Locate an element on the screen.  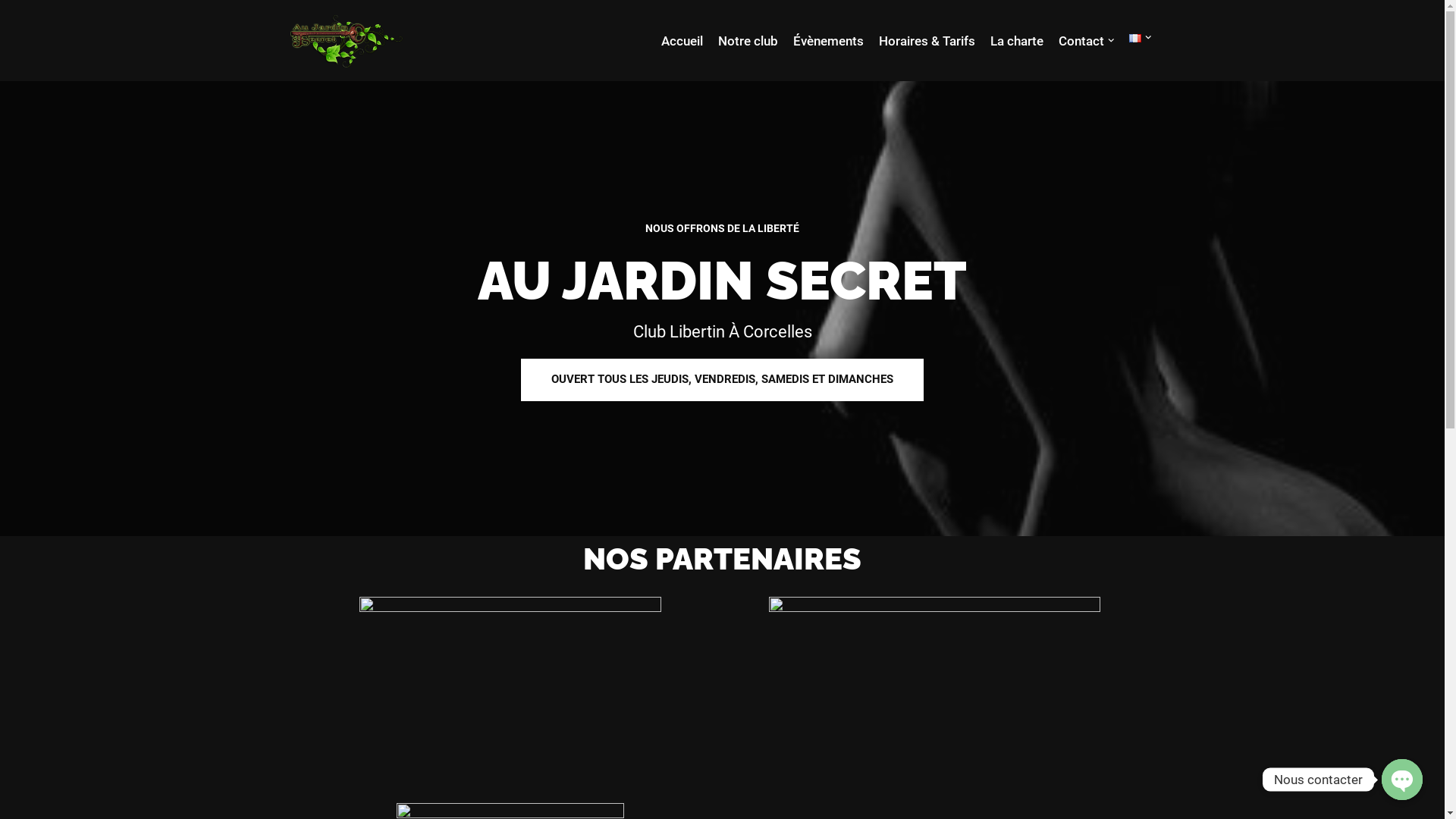
'Contact' is located at coordinates (1058, 40).